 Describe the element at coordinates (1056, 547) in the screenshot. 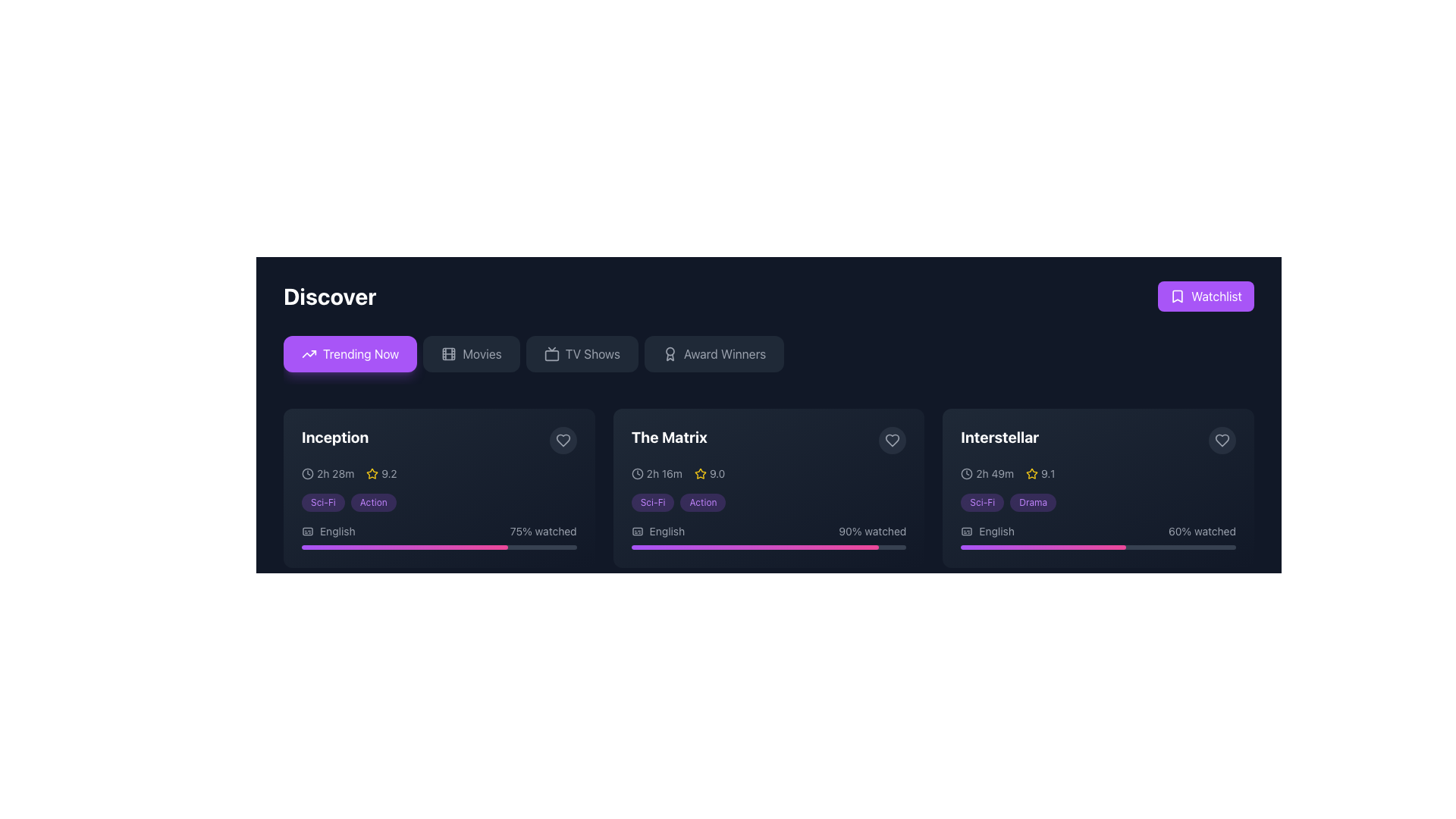

I see `watched progress` at that location.